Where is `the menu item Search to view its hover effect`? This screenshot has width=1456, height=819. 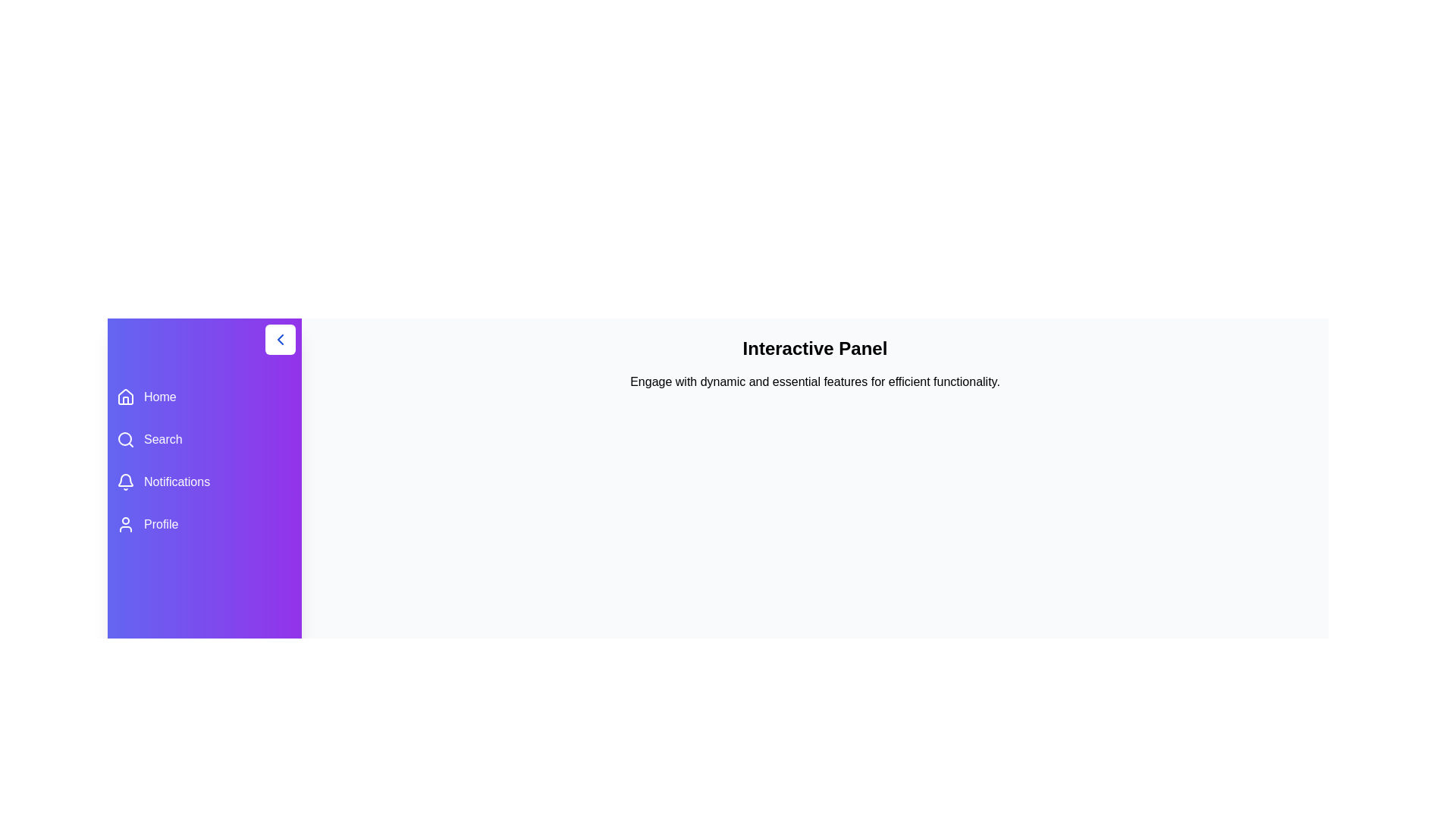
the menu item Search to view its hover effect is located at coordinates (203, 439).